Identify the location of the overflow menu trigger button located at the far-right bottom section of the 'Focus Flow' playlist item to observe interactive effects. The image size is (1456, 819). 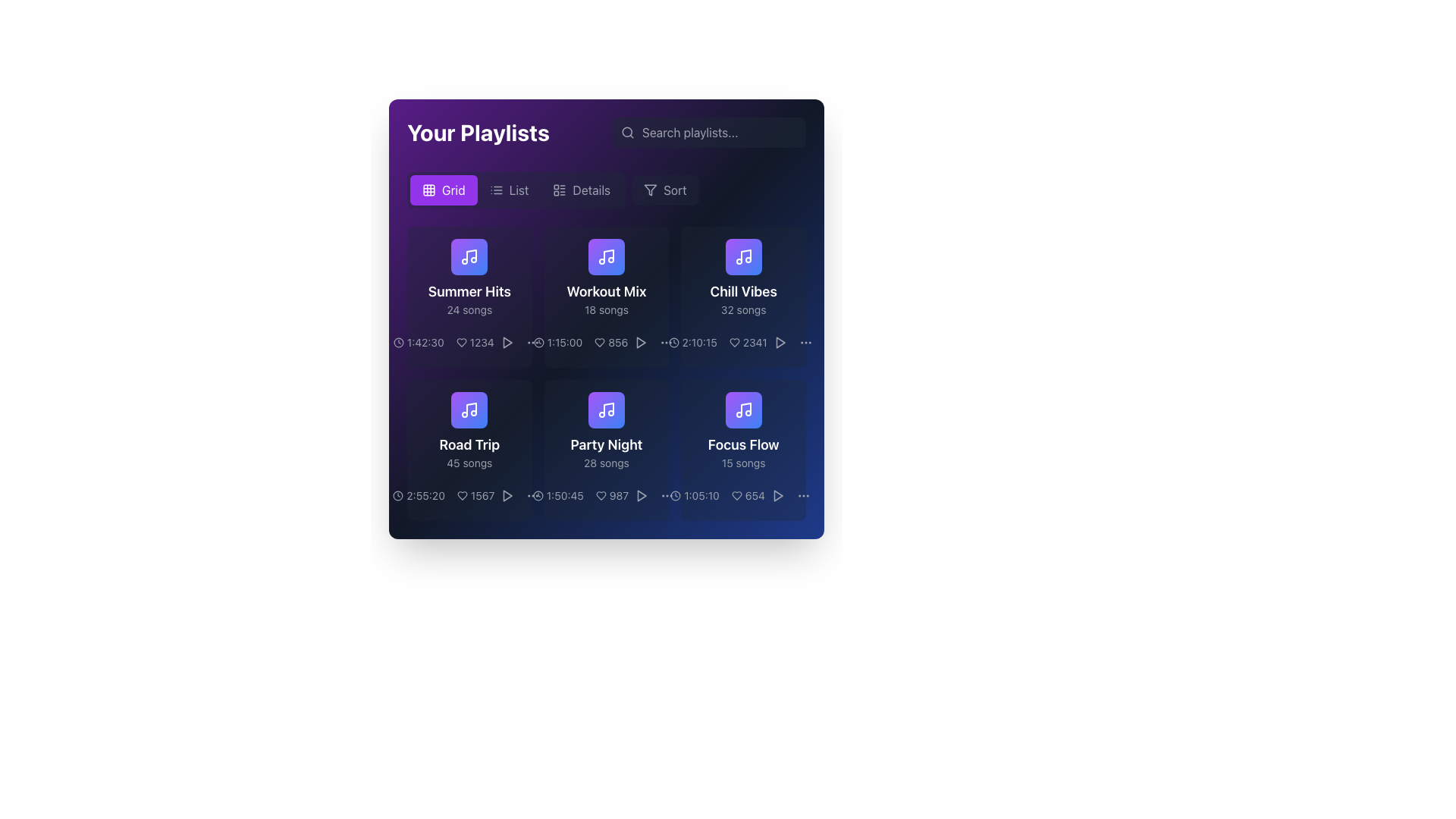
(803, 496).